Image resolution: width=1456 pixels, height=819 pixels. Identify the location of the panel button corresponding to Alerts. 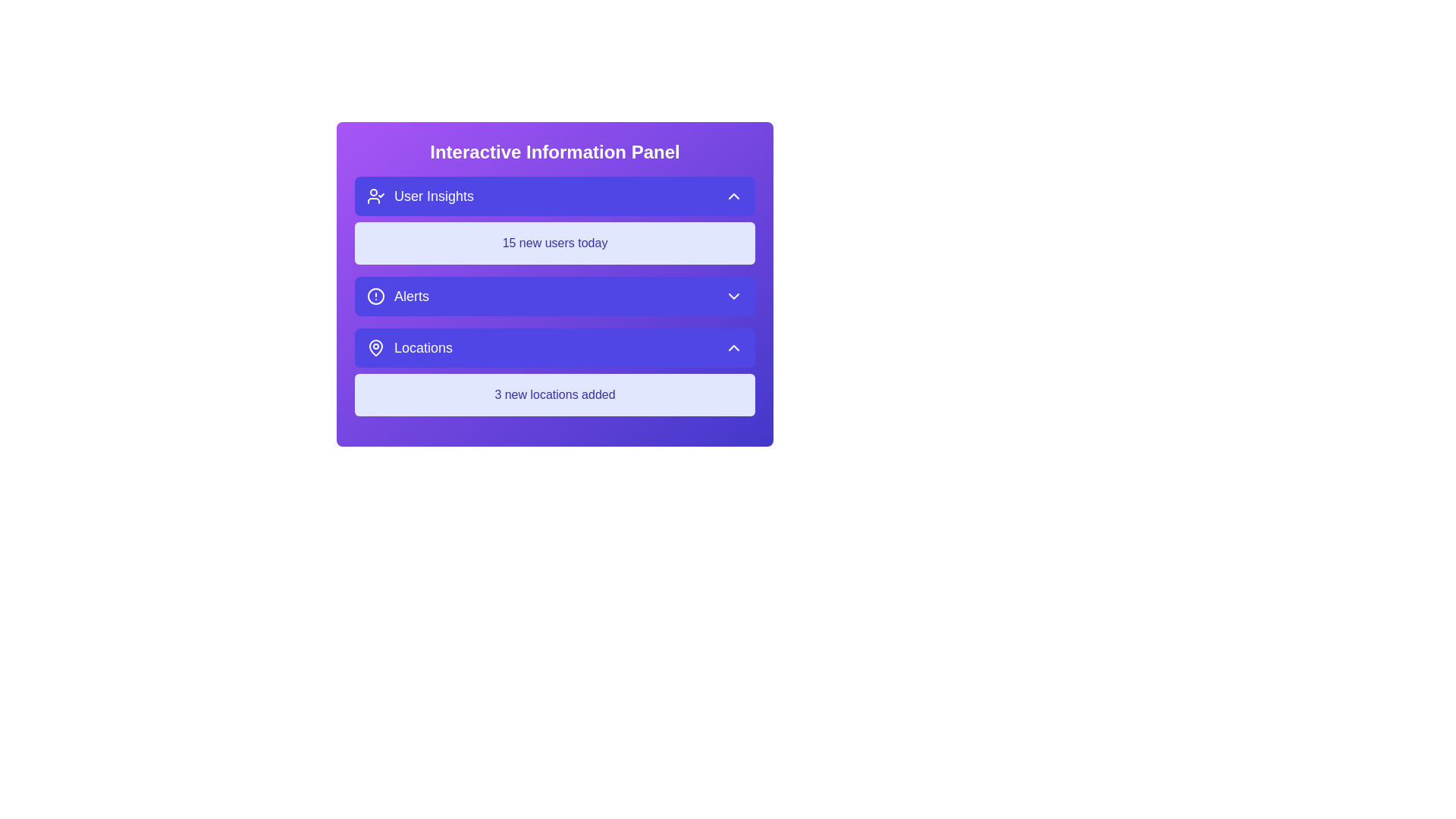
(554, 296).